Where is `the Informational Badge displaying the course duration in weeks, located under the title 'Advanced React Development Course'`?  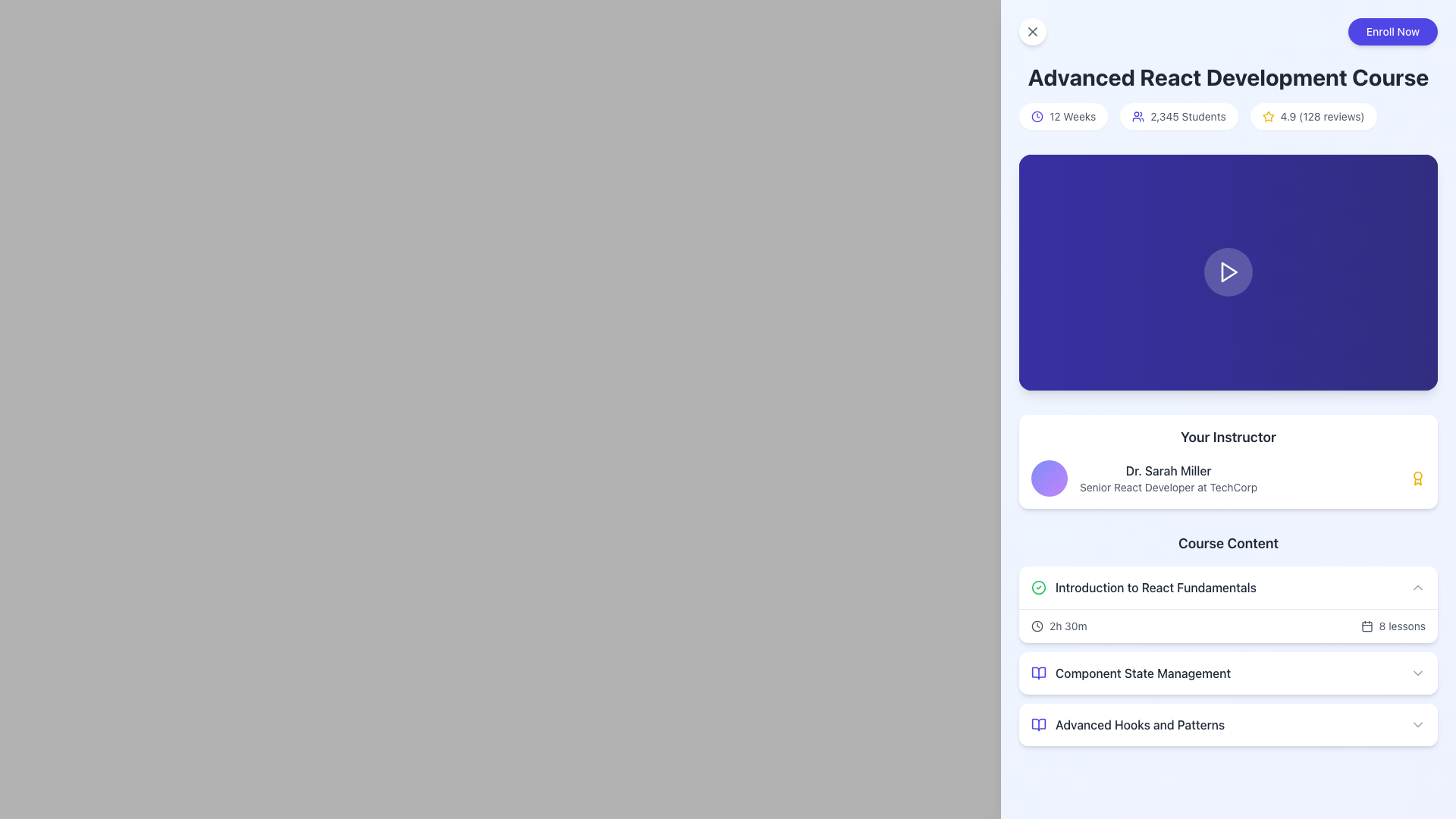 the Informational Badge displaying the course duration in weeks, located under the title 'Advanced React Development Course' is located at coordinates (1062, 116).